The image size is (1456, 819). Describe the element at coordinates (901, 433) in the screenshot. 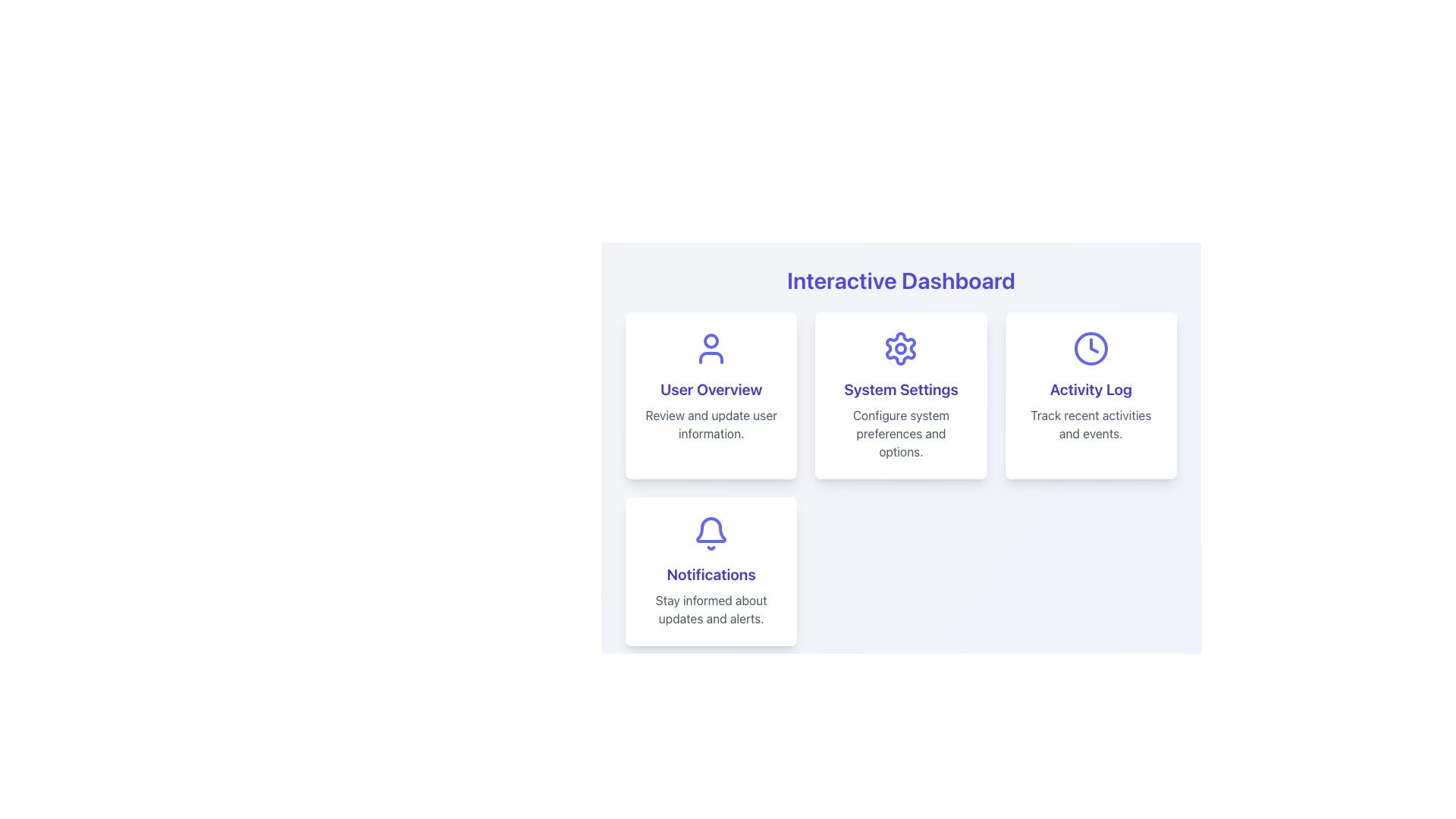

I see `the static text element providing details about the 'System Settings' feature, located below the 'System Settings' heading in the dashboard interface` at that location.